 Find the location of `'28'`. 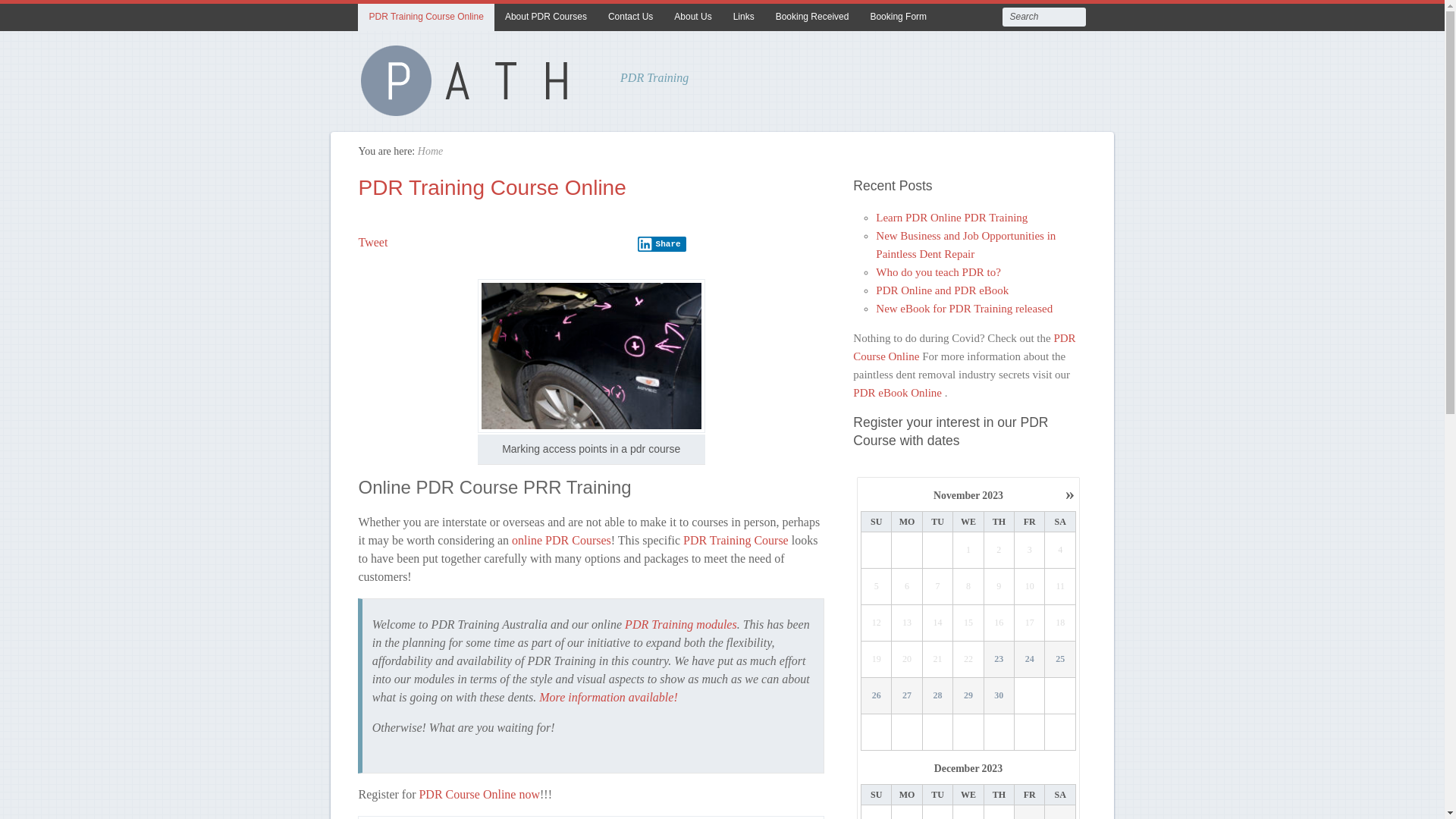

'28' is located at coordinates (937, 695).